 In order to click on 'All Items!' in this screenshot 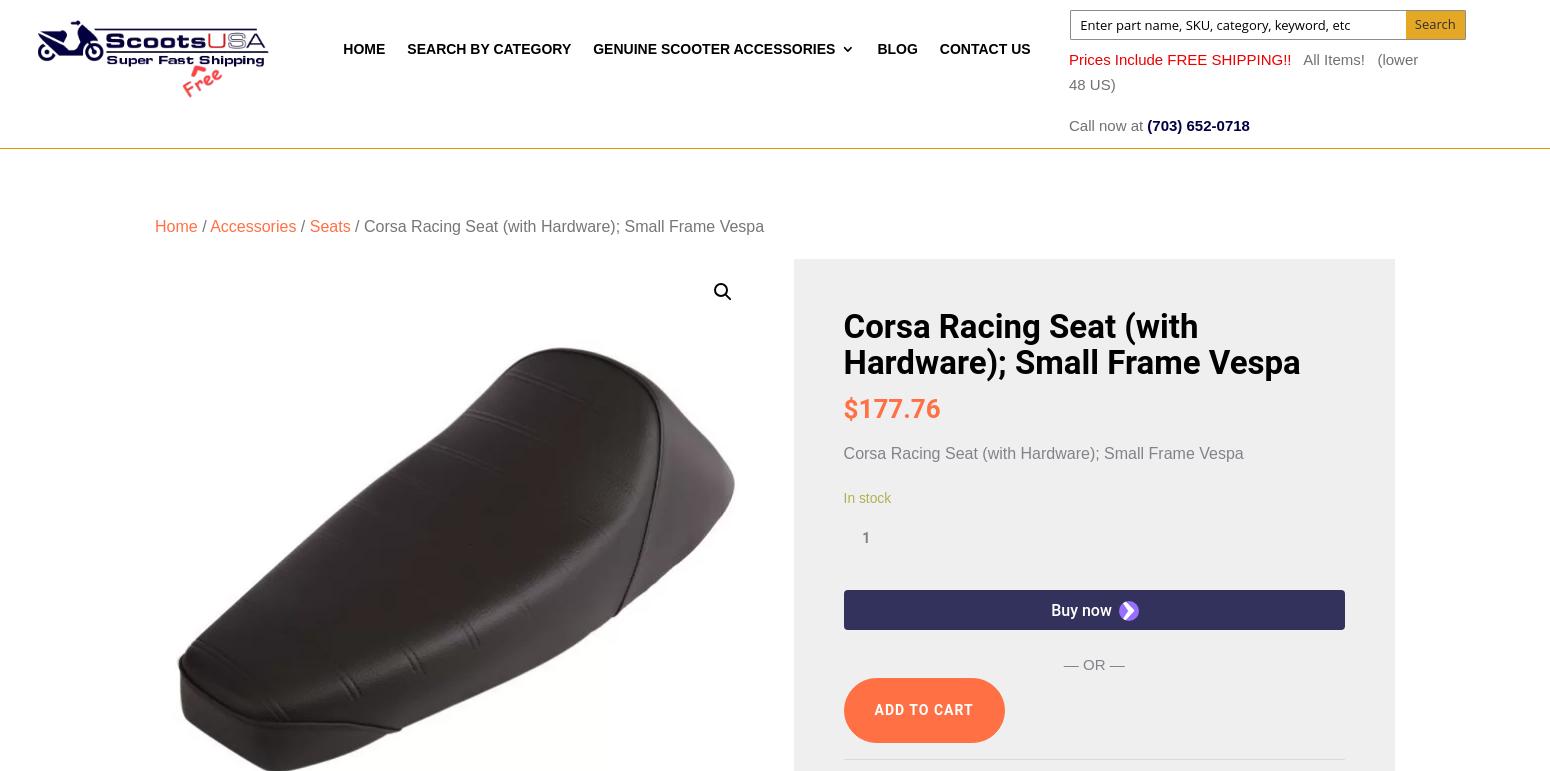, I will do `click(1337, 57)`.